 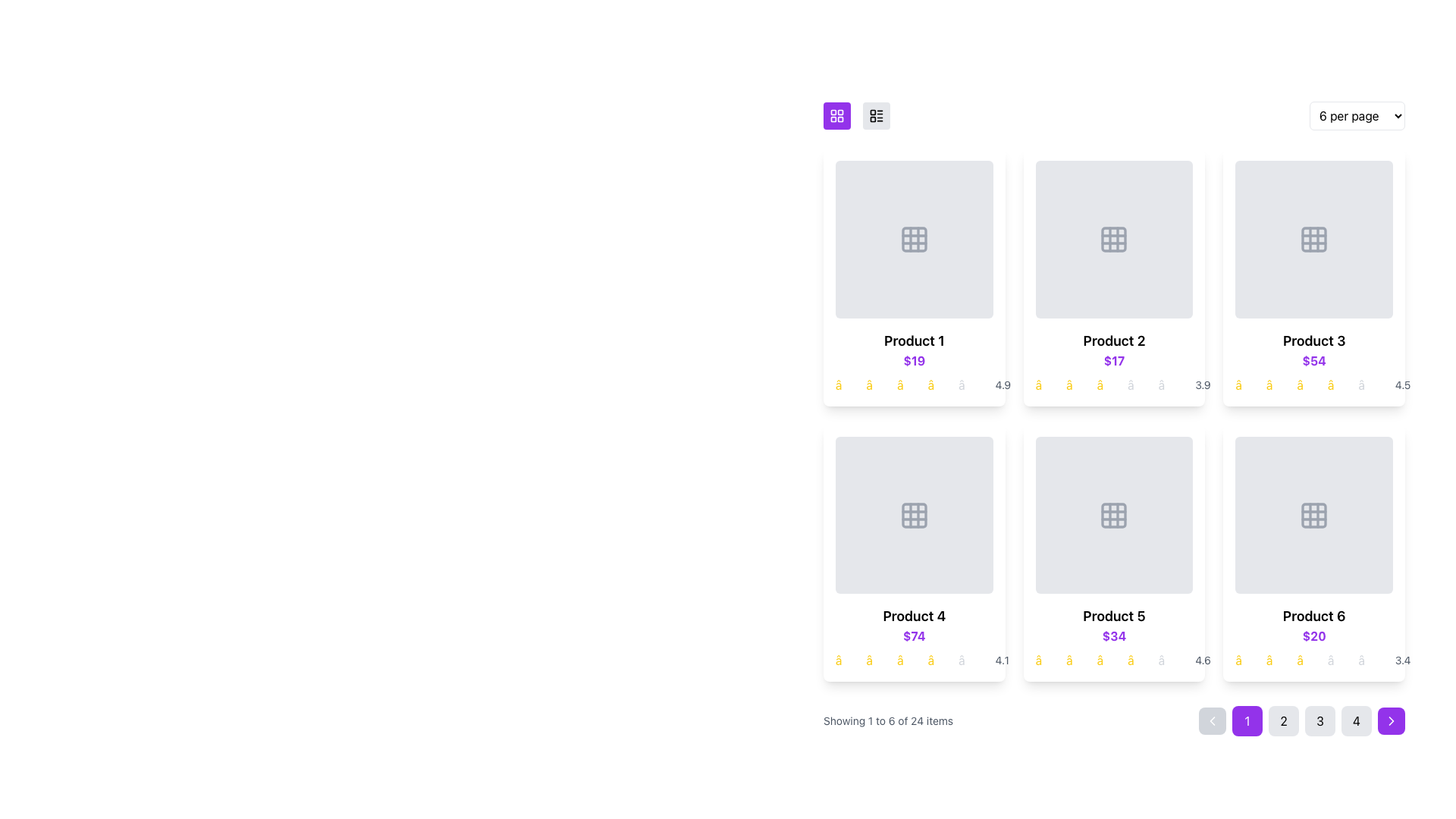 What do you see at coordinates (1313, 617) in the screenshot?
I see `the text label that serves as the title of the product in the sixth product card located in the bottom-right position of the grid layout` at bounding box center [1313, 617].